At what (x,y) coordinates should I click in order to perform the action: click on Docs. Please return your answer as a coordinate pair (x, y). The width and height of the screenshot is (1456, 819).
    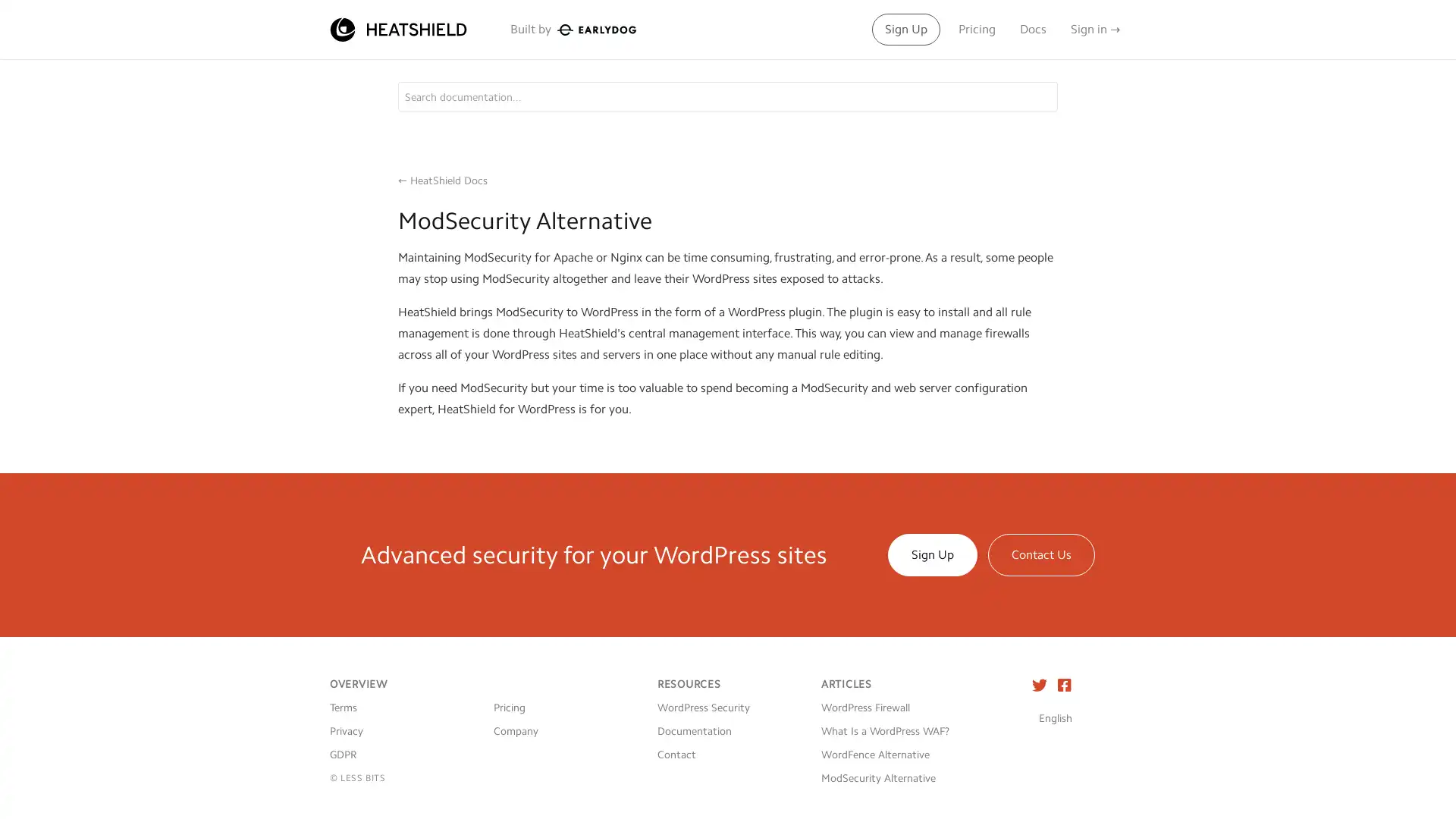
    Looking at the image, I should click on (1032, 29).